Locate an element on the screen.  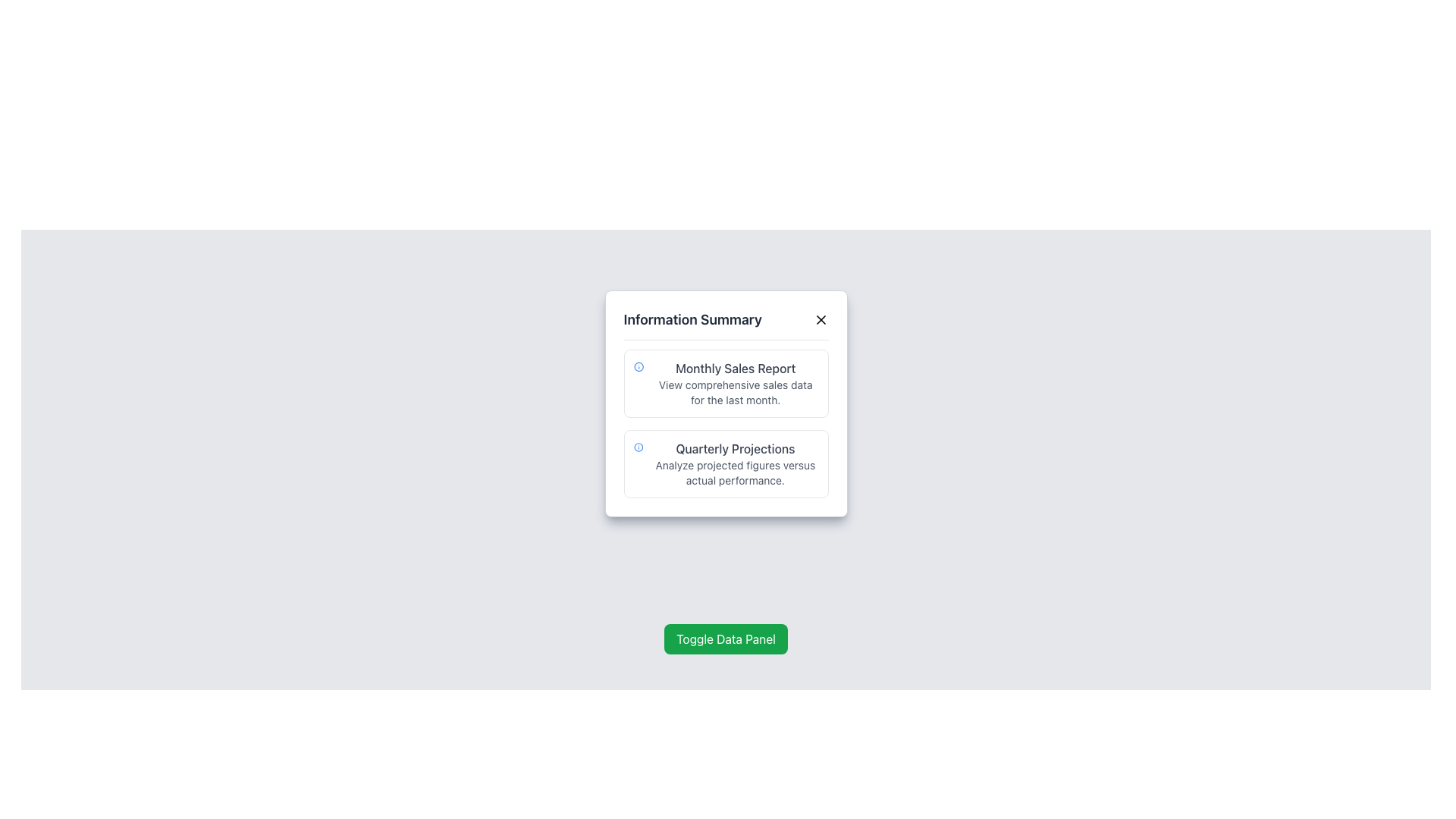
the title text label for 'Quarterly Projections' located is located at coordinates (735, 447).